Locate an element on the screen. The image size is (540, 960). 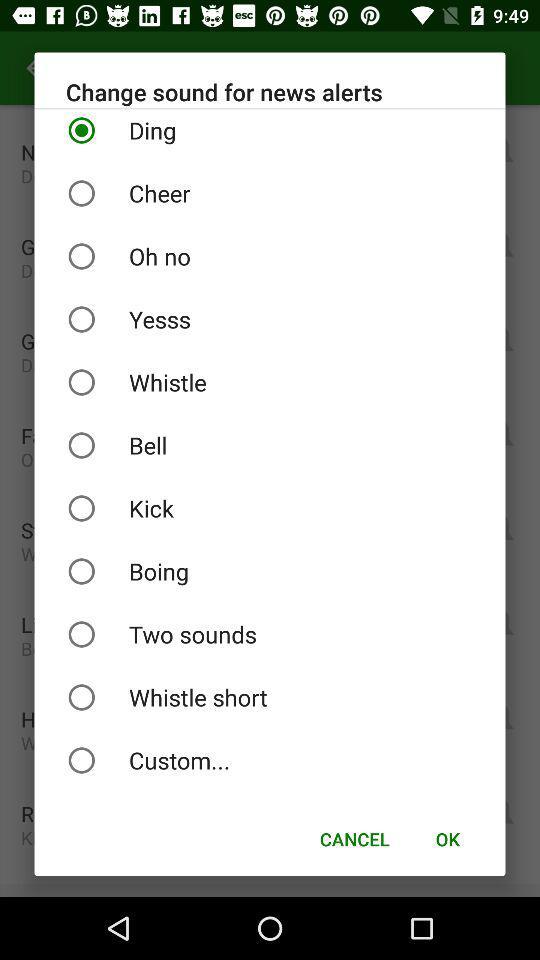
the icon to the left of ok item is located at coordinates (353, 839).